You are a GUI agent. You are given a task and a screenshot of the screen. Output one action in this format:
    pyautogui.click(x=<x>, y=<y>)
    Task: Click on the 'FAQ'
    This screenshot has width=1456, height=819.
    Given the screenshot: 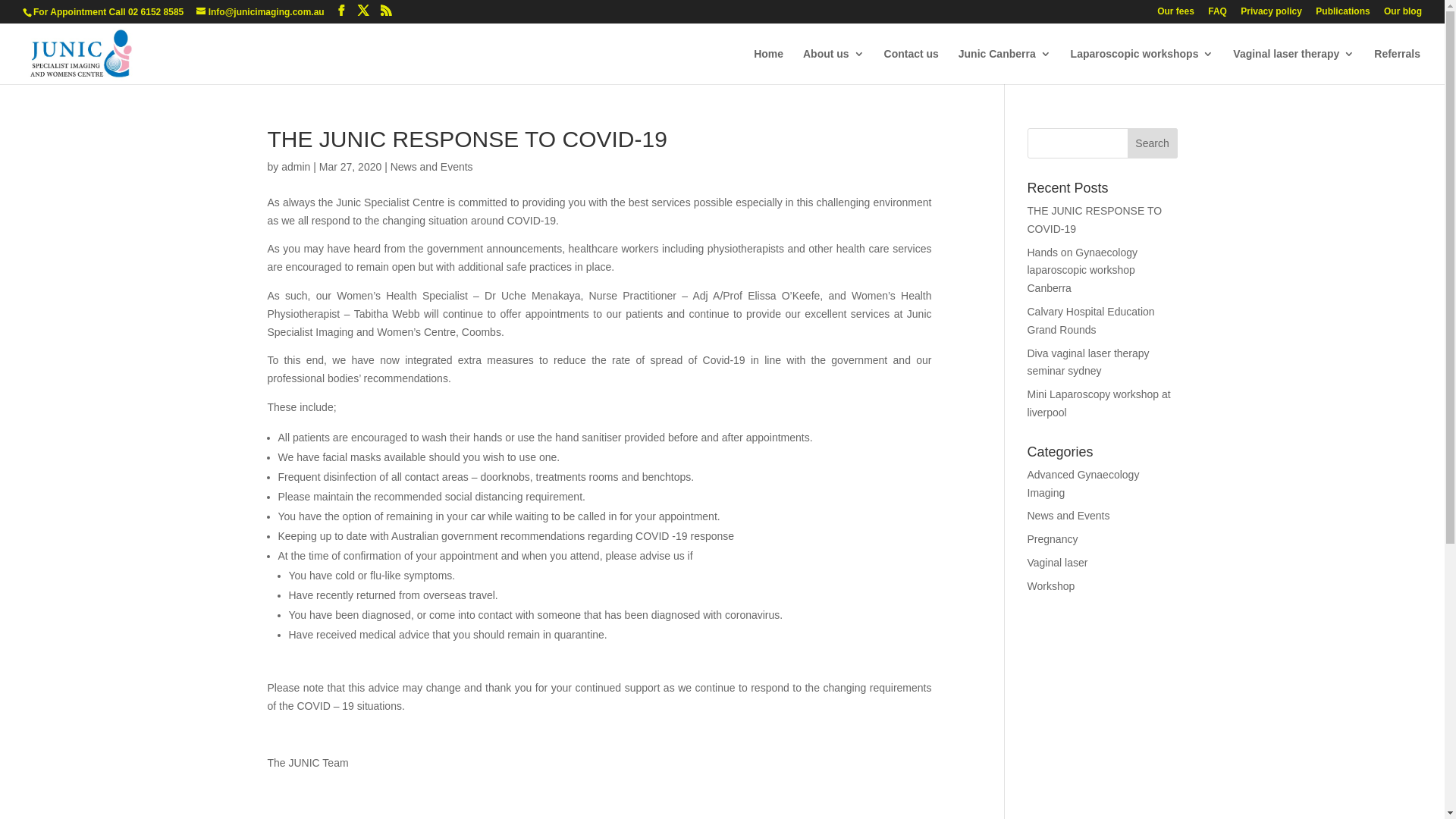 What is the action you would take?
    pyautogui.click(x=1217, y=14)
    